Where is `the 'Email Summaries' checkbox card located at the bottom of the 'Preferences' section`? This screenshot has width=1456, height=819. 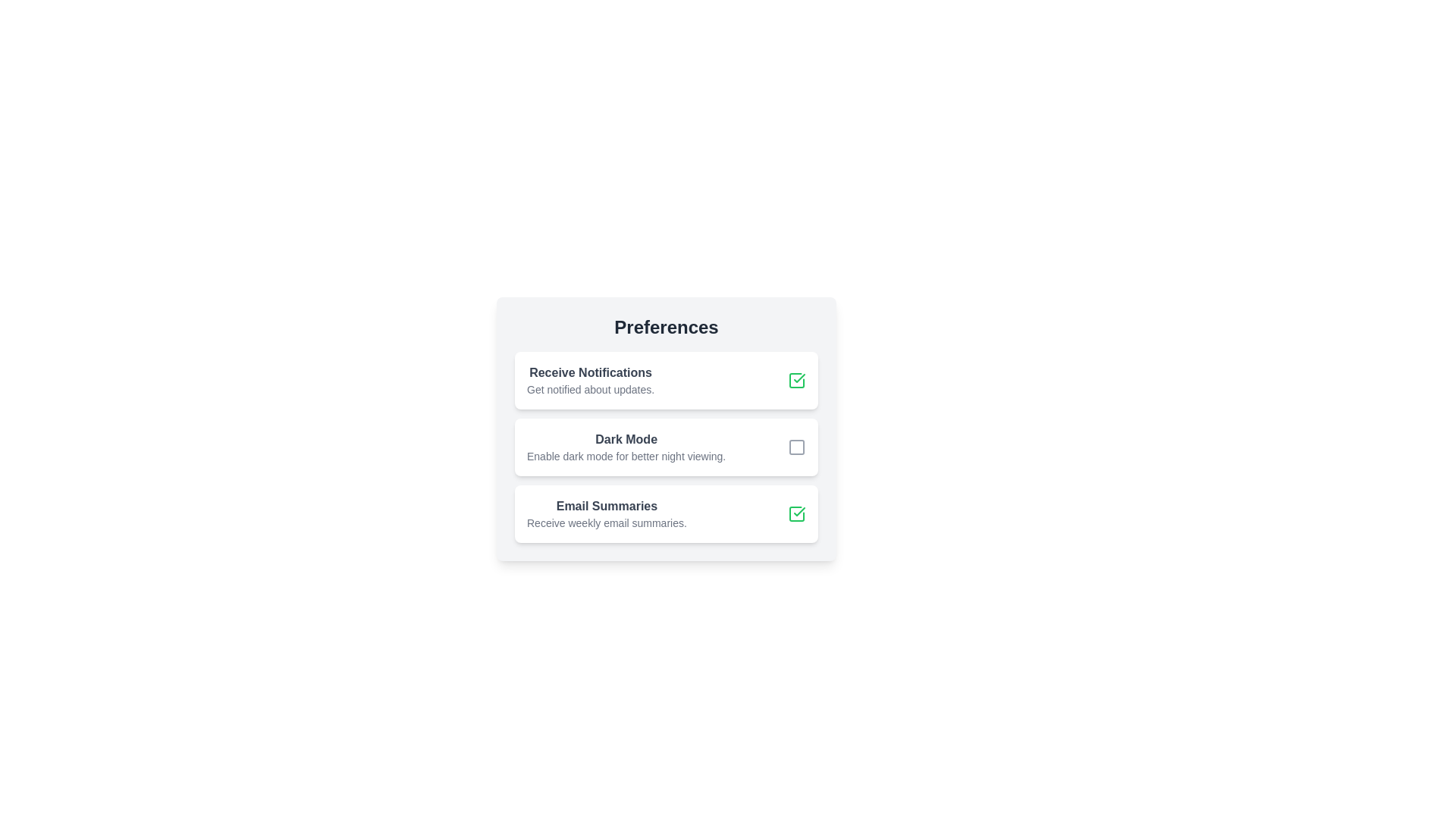
the 'Email Summaries' checkbox card located at the bottom of the 'Preferences' section is located at coordinates (666, 513).